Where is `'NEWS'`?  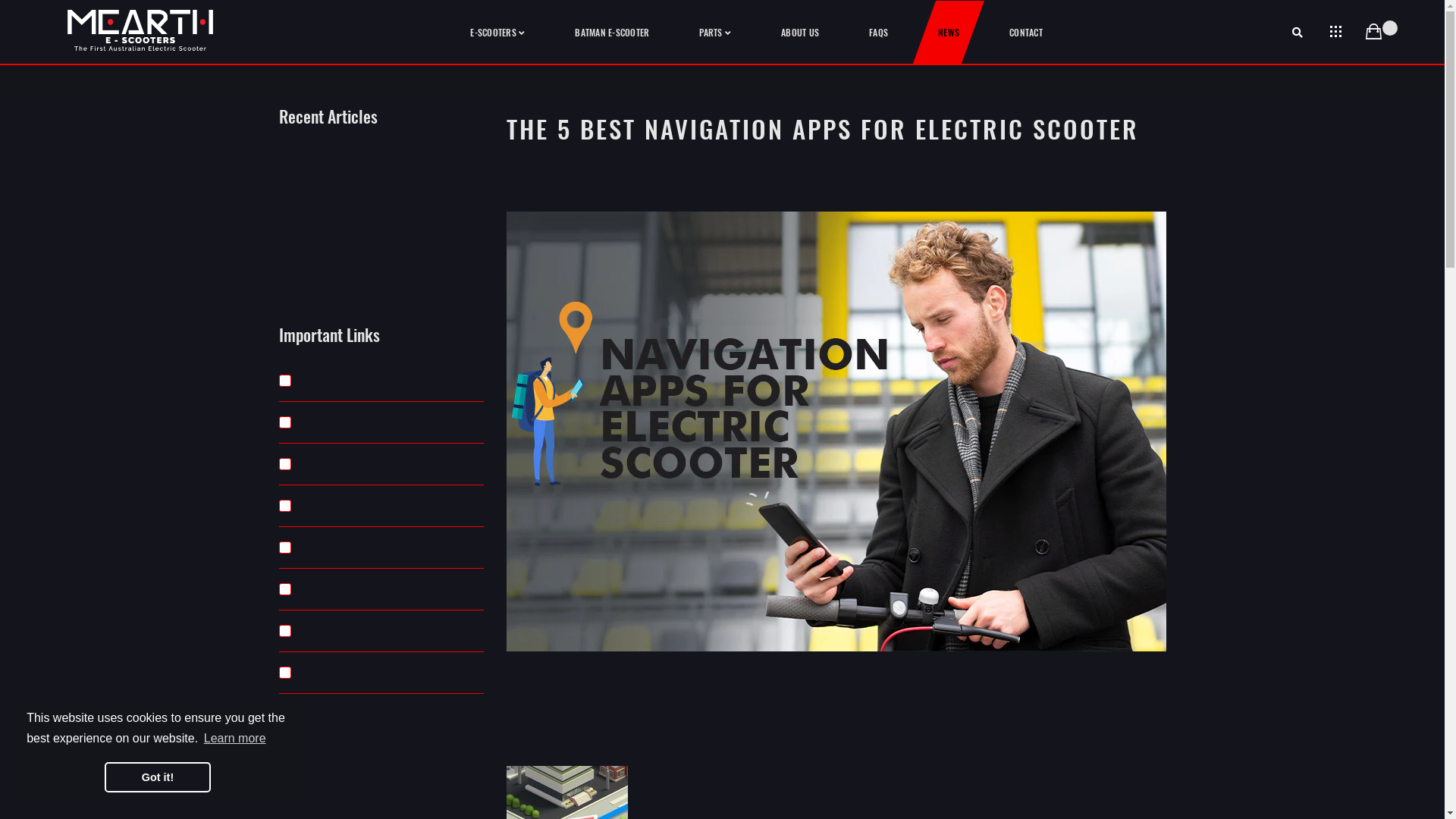
'NEWS' is located at coordinates (948, 32).